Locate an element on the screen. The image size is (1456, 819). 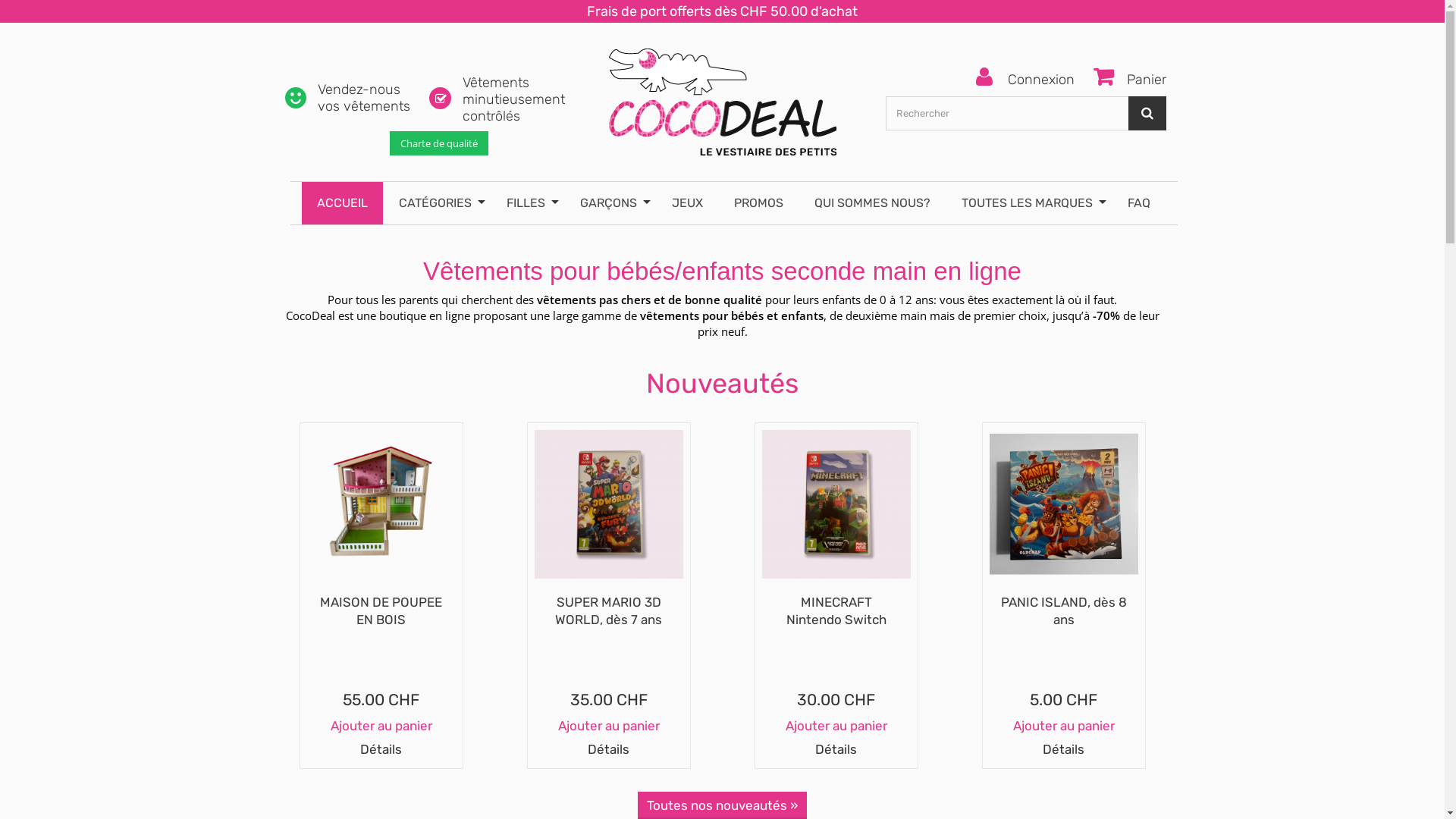
'Panier' is located at coordinates (1124, 77).